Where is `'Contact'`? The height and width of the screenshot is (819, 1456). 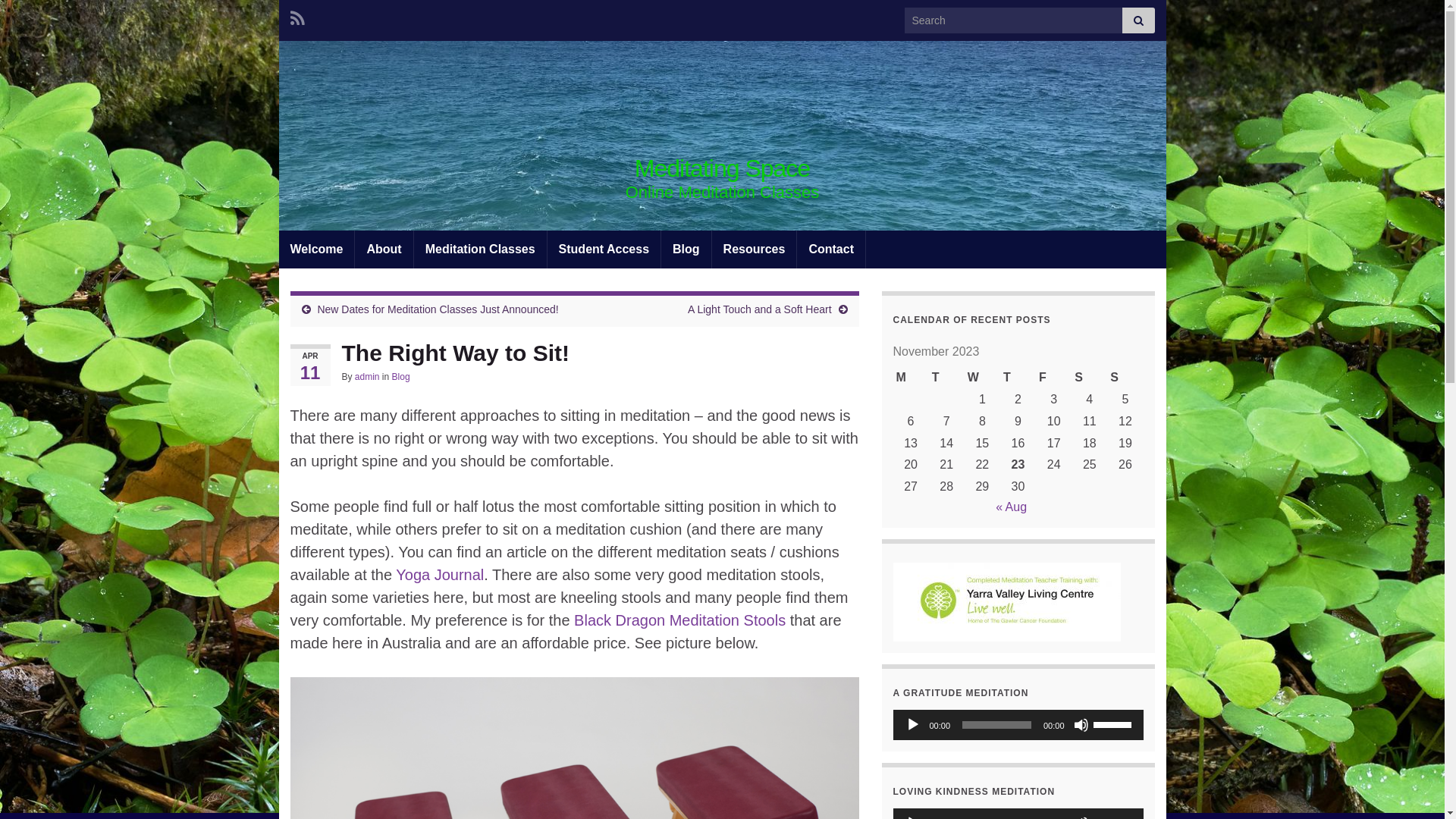
'Contact' is located at coordinates (830, 248).